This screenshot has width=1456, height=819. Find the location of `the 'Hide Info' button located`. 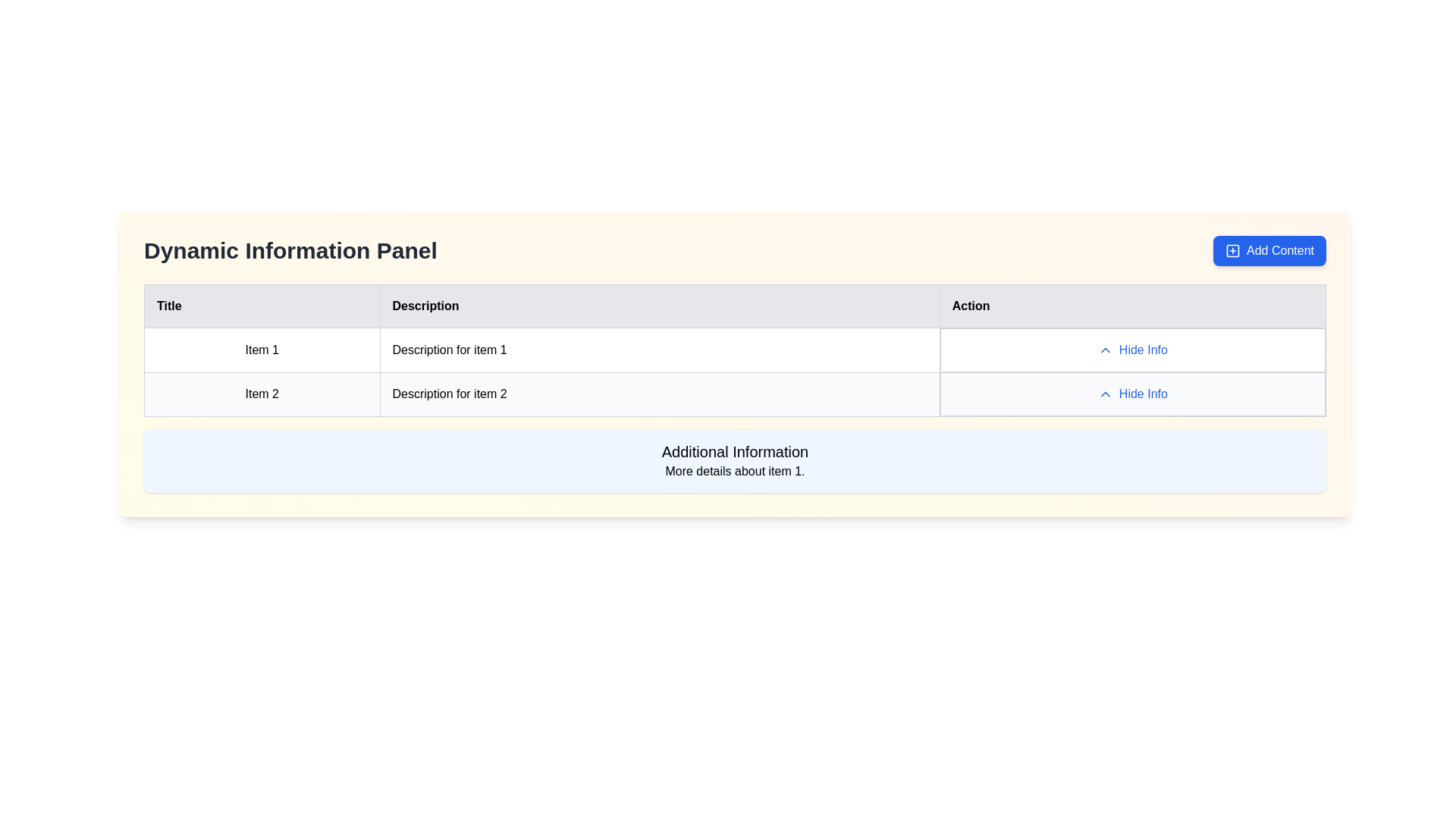

the 'Hide Info' button located is located at coordinates (1132, 350).